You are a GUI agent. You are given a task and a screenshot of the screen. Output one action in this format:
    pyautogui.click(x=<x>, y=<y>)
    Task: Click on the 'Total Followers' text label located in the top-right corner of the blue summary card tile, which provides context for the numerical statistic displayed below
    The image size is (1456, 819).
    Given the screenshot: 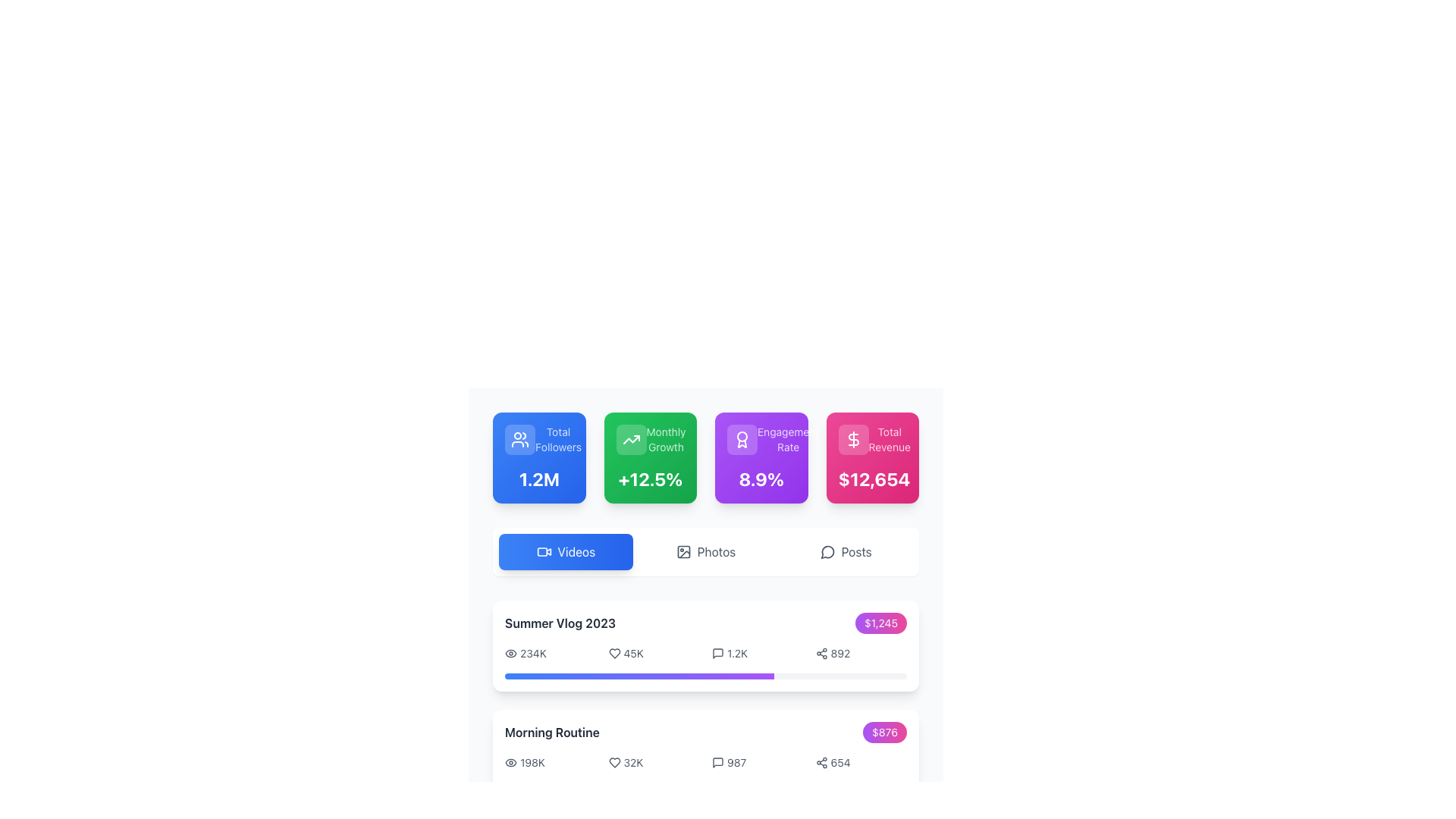 What is the action you would take?
    pyautogui.click(x=557, y=439)
    